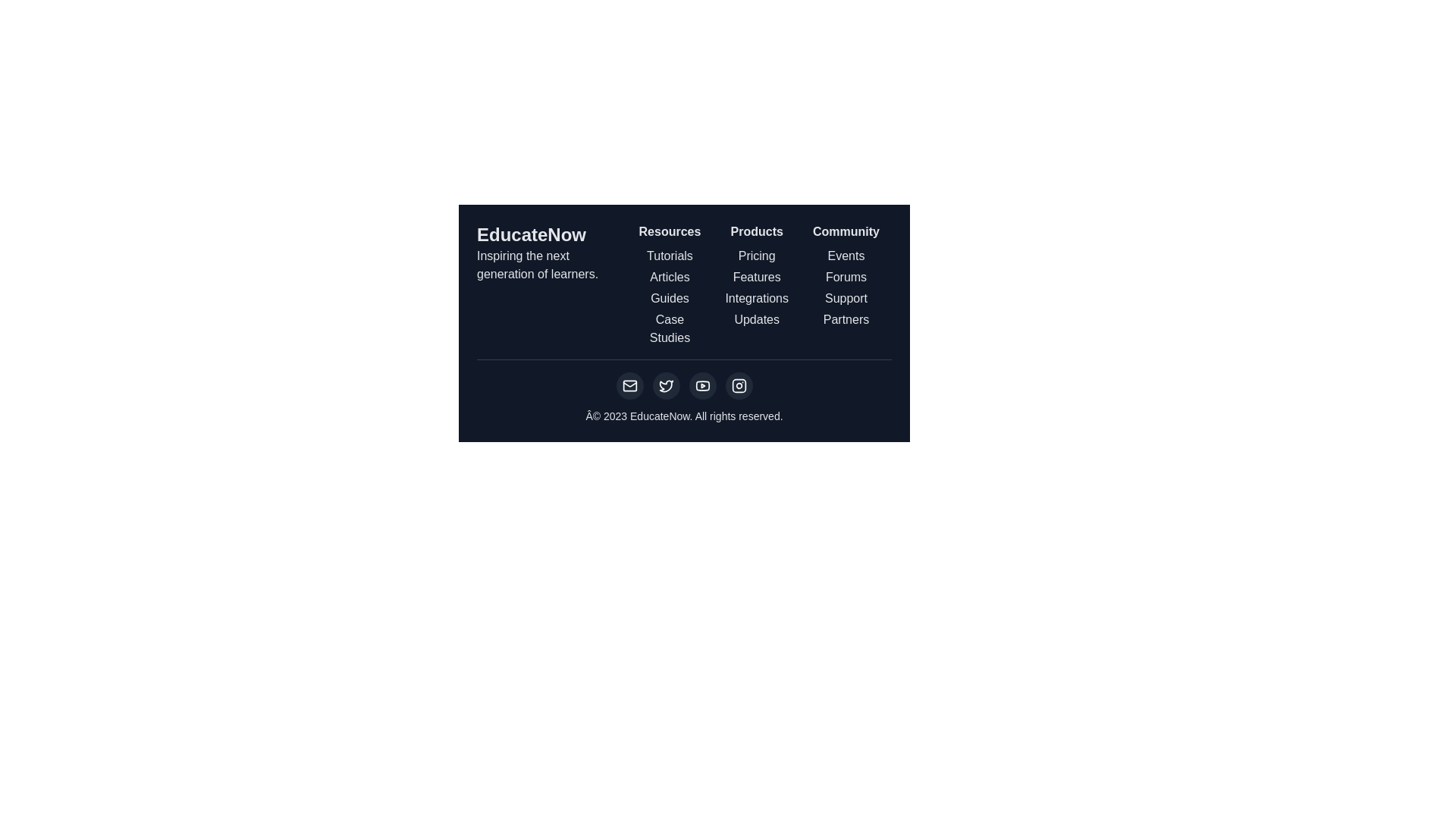 This screenshot has width=1456, height=819. What do you see at coordinates (629, 385) in the screenshot?
I see `the rectangular Graphical Icon Component that is centrally positioned within the envelope-shaped icon in the footer area` at bounding box center [629, 385].